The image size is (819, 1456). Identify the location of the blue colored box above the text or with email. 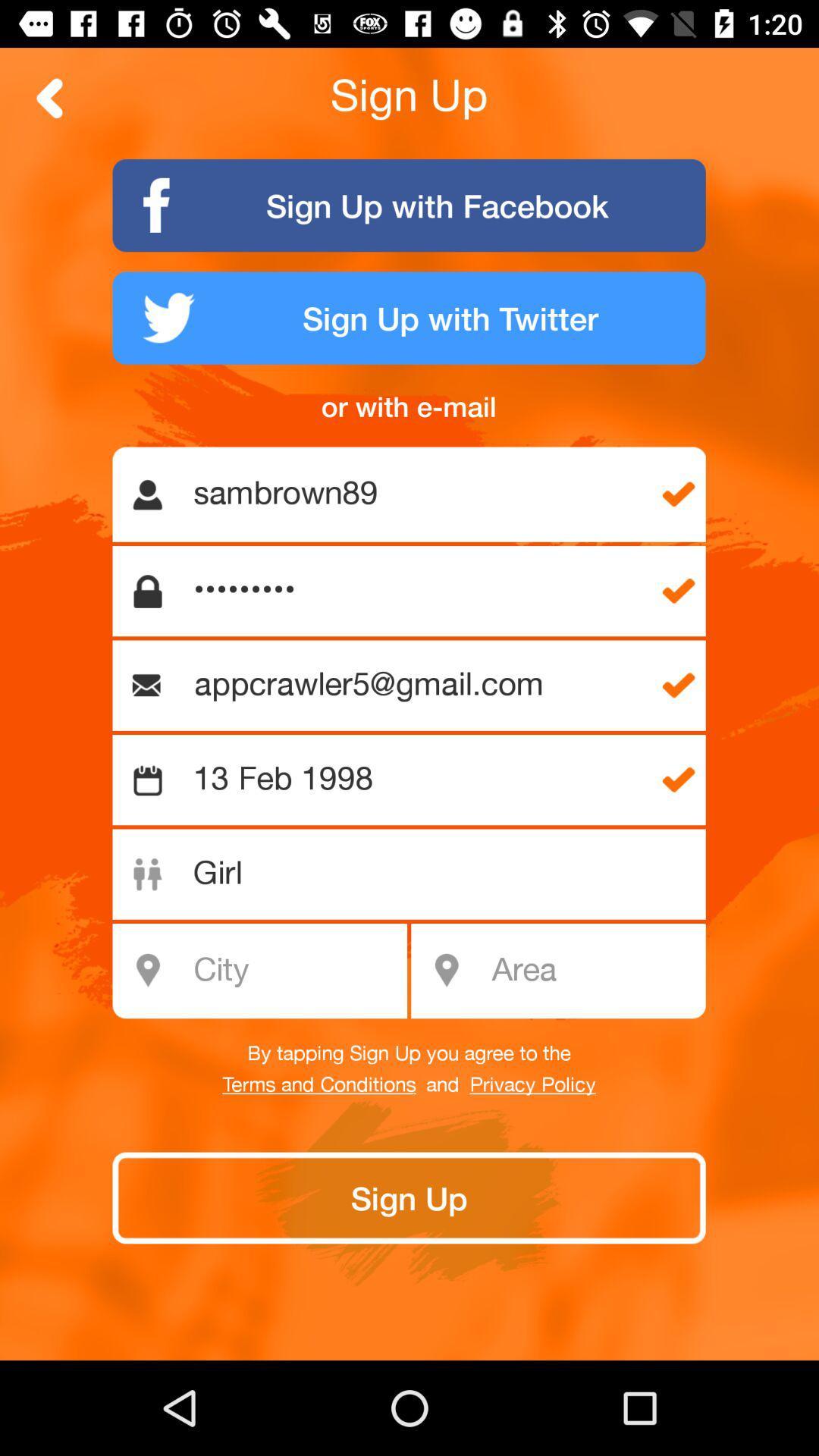
(409, 317).